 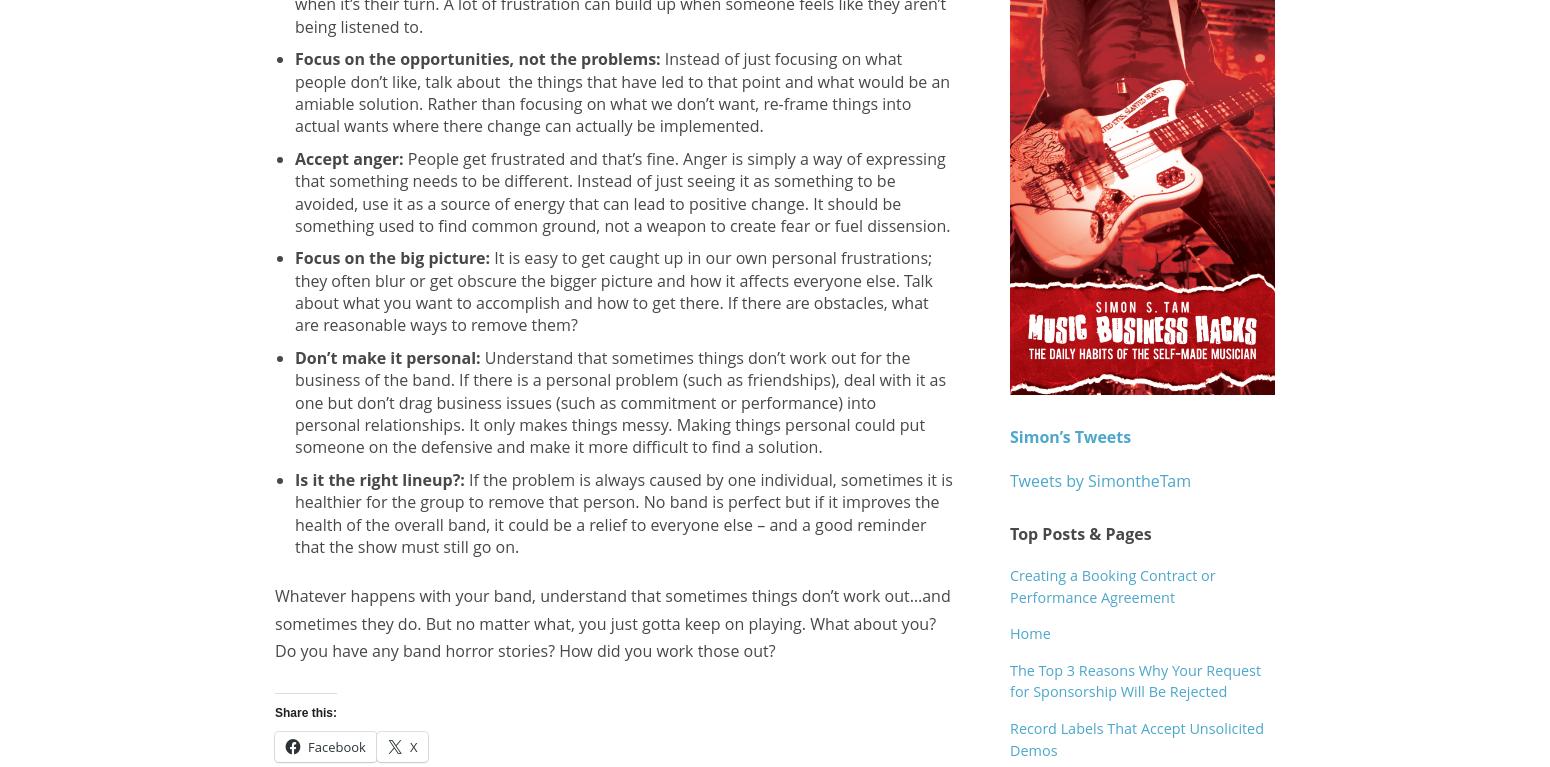 I want to click on 'Simon’s Tweets', so click(x=1009, y=436).